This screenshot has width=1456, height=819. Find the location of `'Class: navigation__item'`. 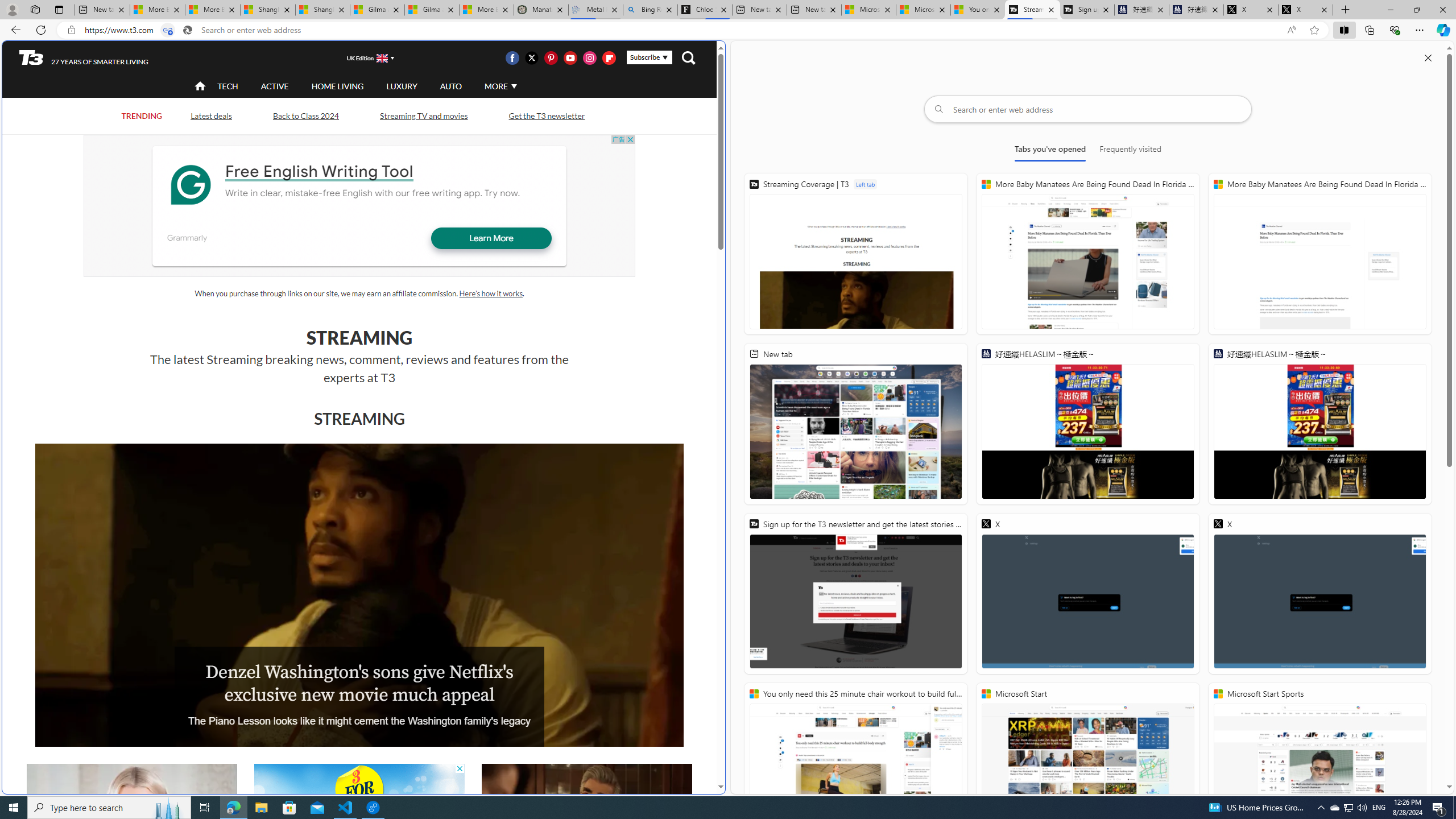

'Class: navigation__item' is located at coordinates (199, 85).